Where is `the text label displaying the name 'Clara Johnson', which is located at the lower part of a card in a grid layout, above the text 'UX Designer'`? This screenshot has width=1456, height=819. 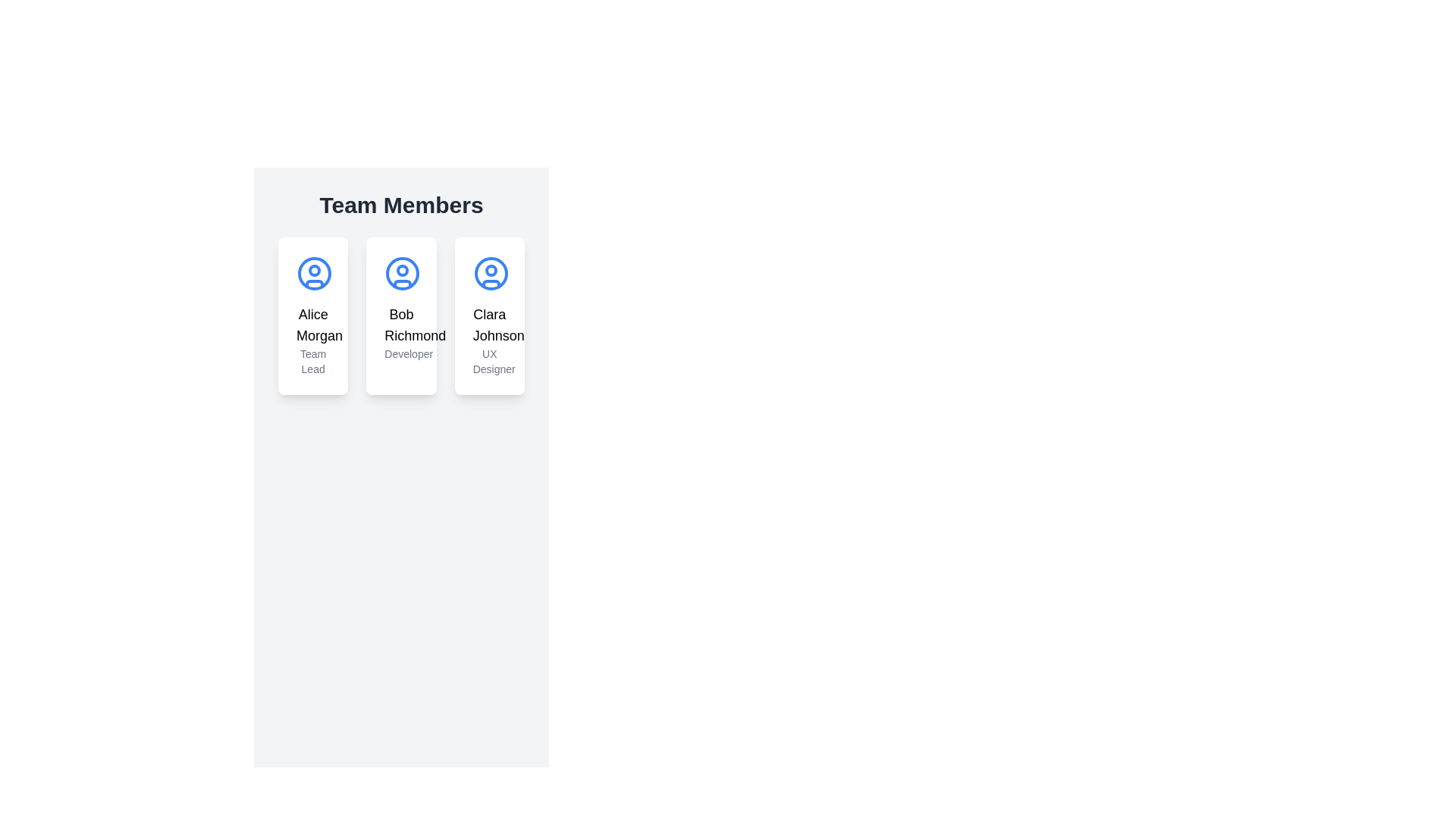 the text label displaying the name 'Clara Johnson', which is located at the lower part of a card in a grid layout, above the text 'UX Designer' is located at coordinates (489, 324).